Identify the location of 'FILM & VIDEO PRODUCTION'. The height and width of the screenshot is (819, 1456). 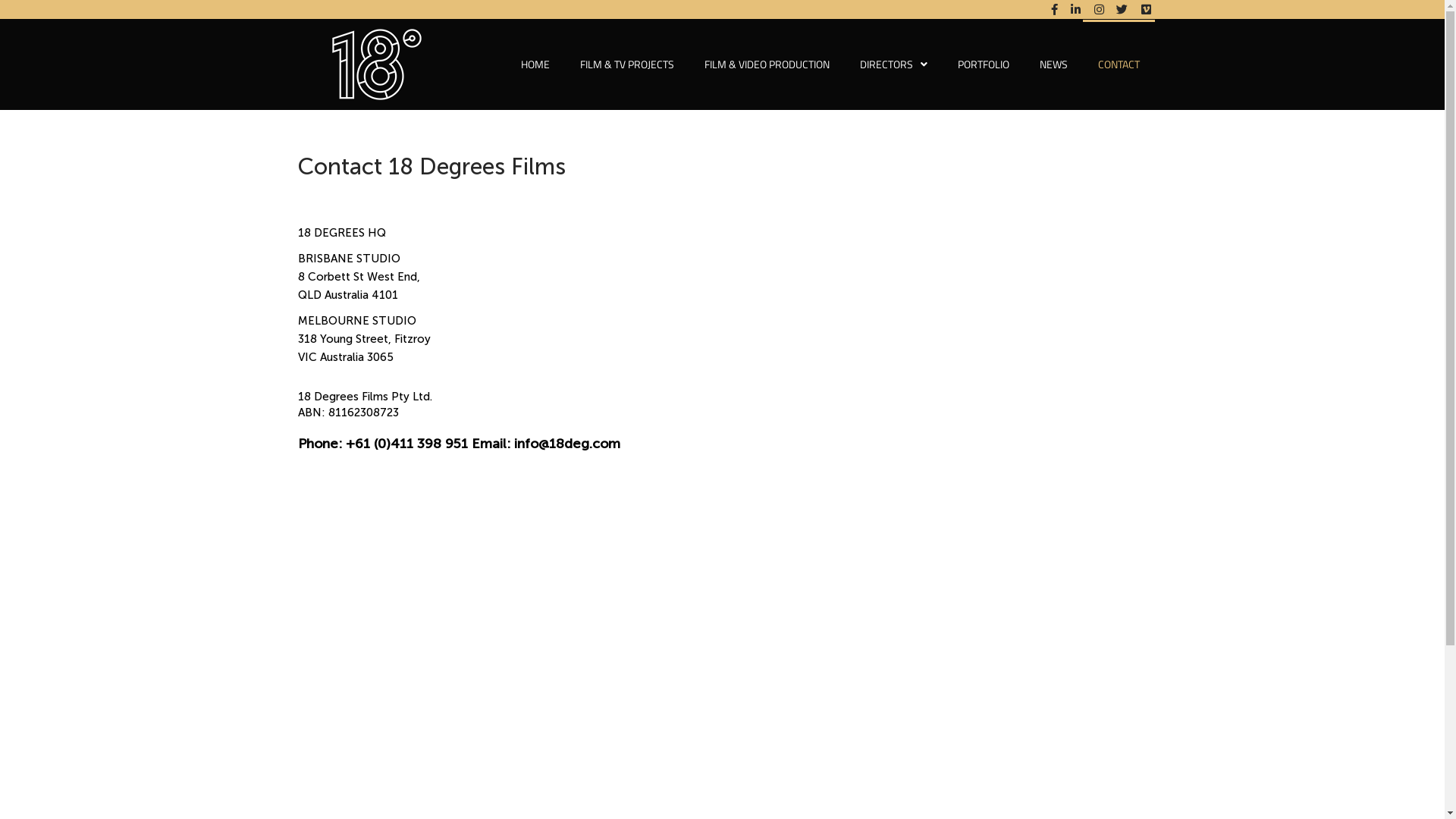
(766, 63).